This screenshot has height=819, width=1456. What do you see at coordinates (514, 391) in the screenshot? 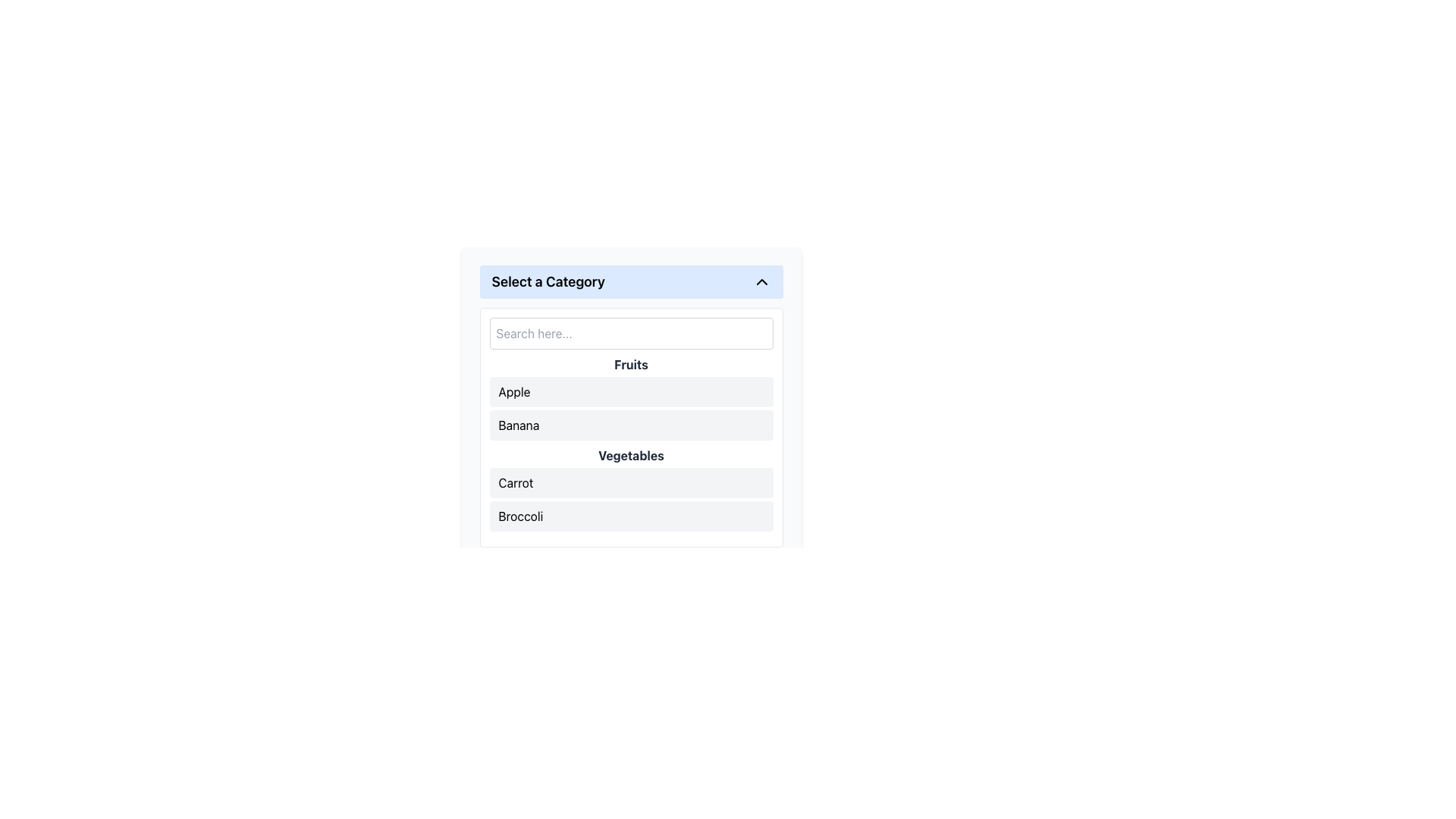
I see `the text label displaying 'Apple', which is the first item in a vertically arranged list of category options under the header 'Fruits'` at bounding box center [514, 391].